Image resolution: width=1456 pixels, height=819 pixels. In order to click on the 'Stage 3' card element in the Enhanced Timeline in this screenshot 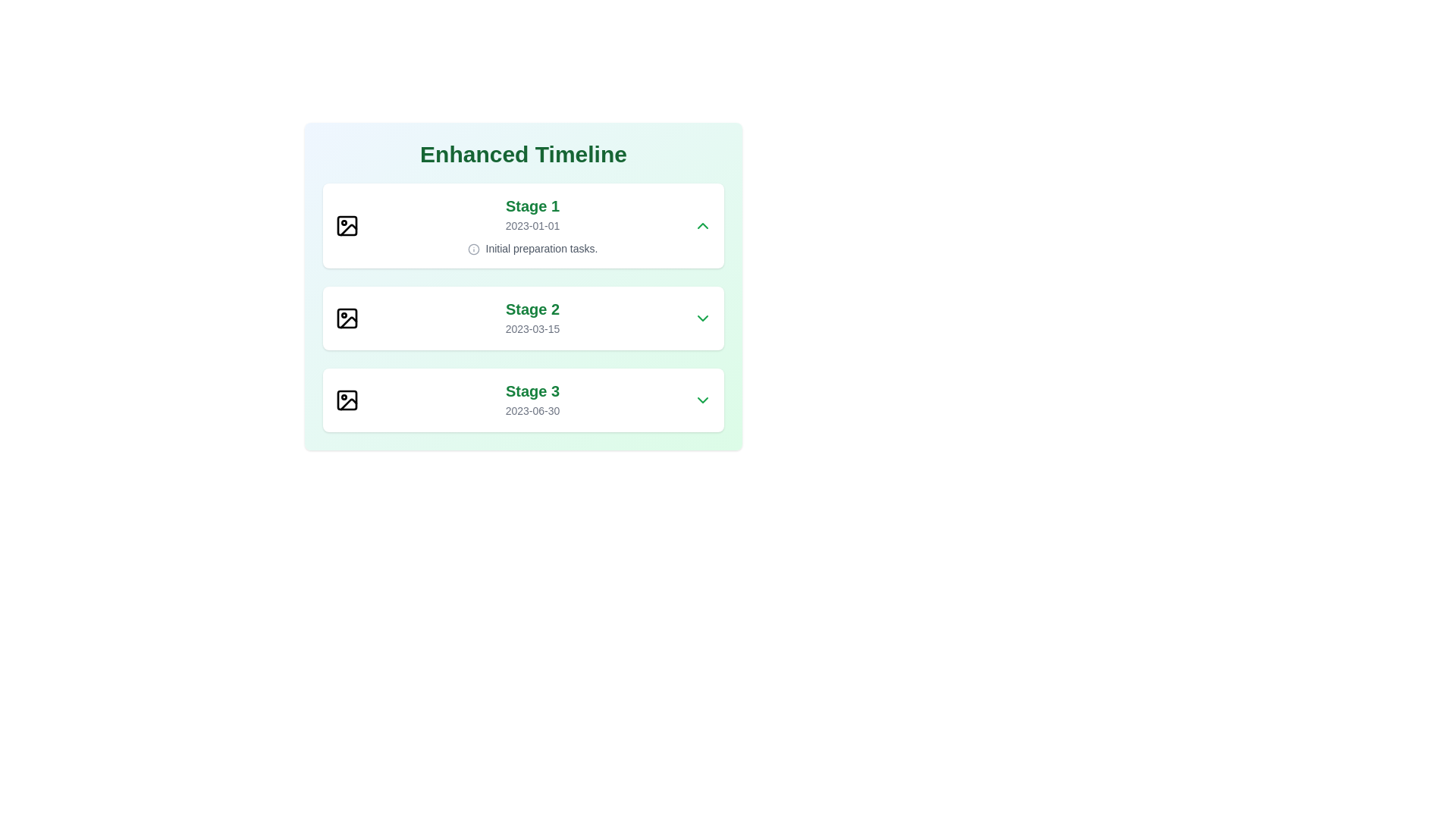, I will do `click(523, 400)`.